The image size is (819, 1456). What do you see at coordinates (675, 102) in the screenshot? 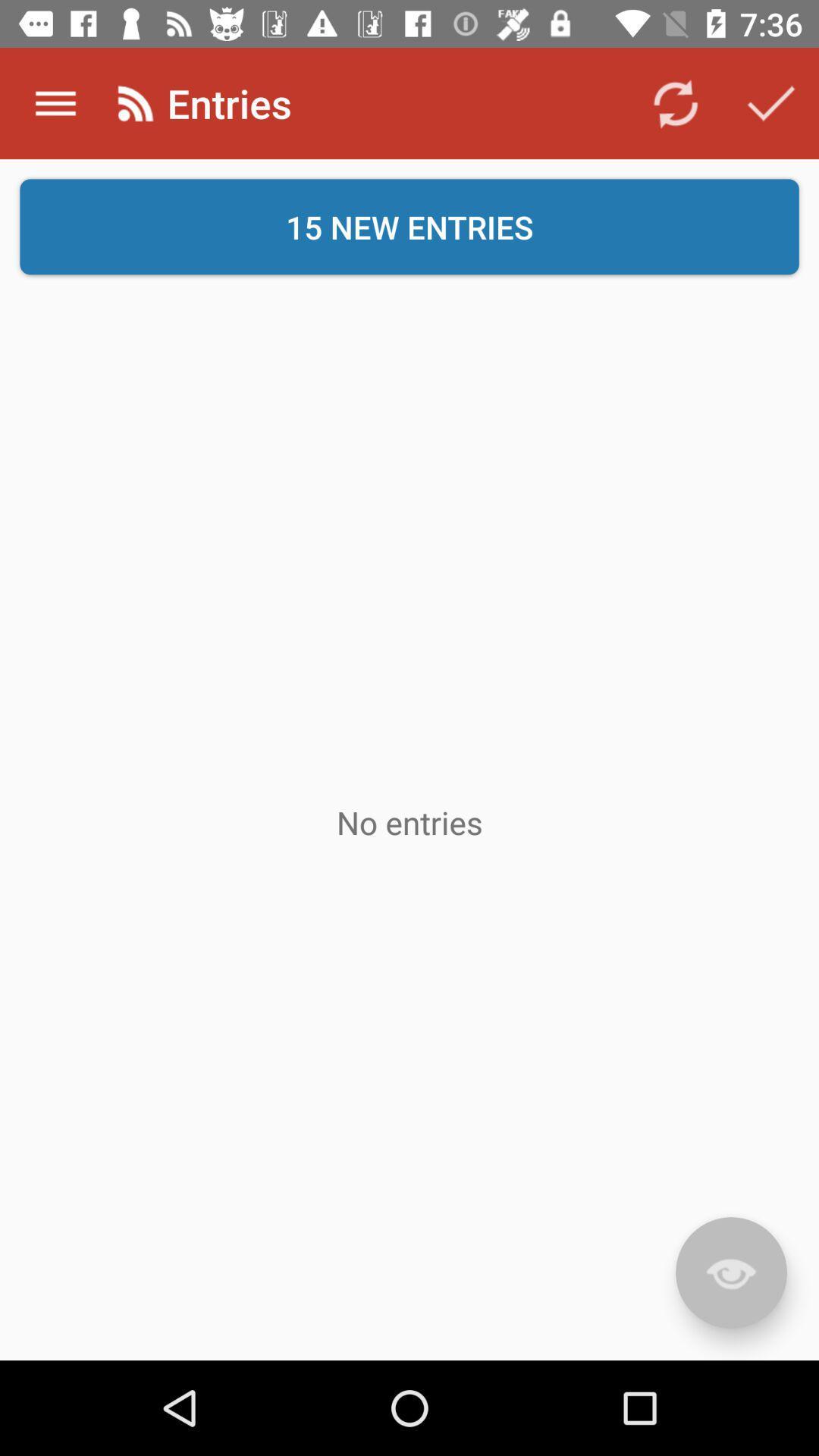
I see `button above 15 new entries button` at bounding box center [675, 102].